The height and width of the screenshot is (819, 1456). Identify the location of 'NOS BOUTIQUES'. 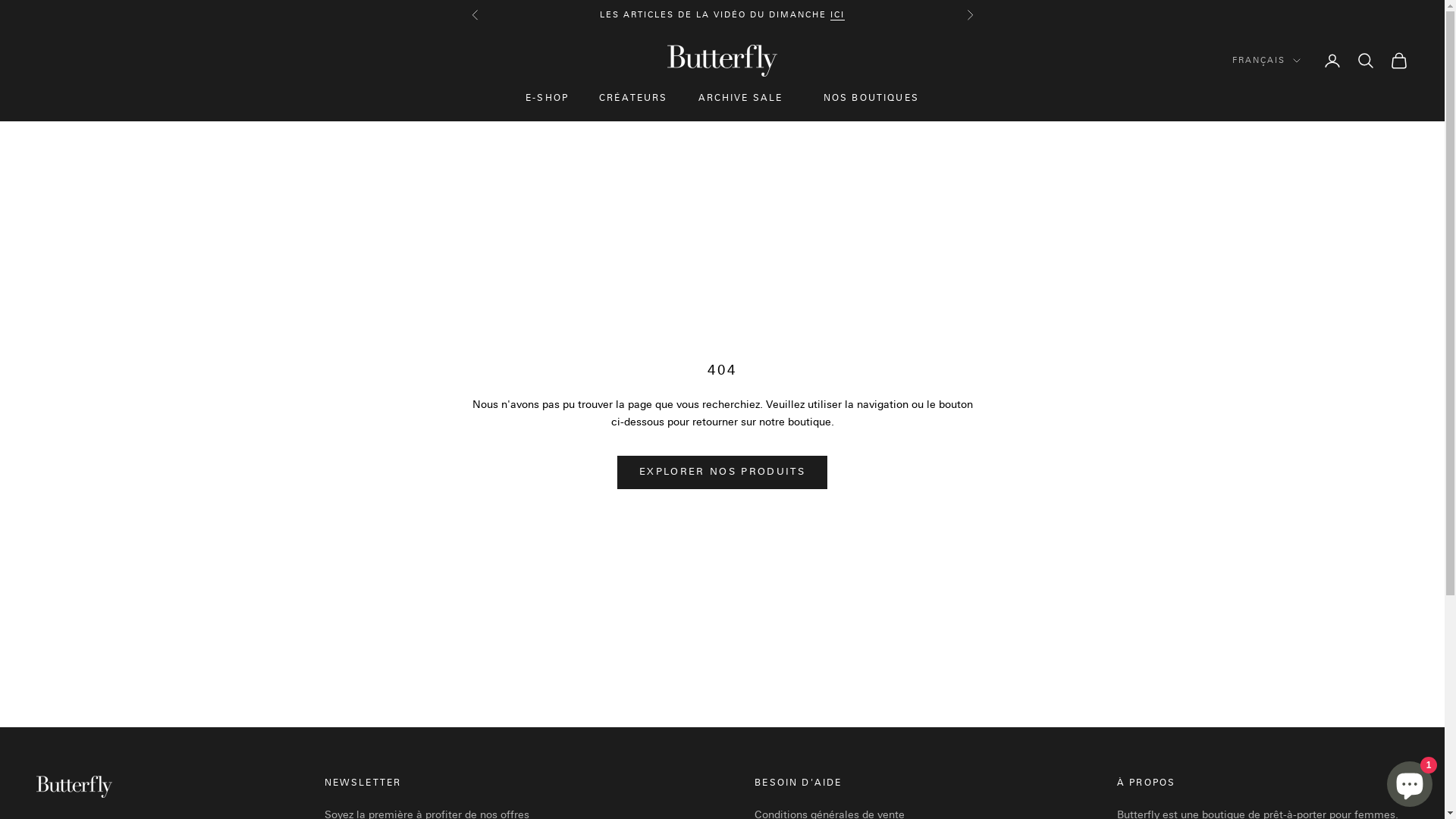
(871, 99).